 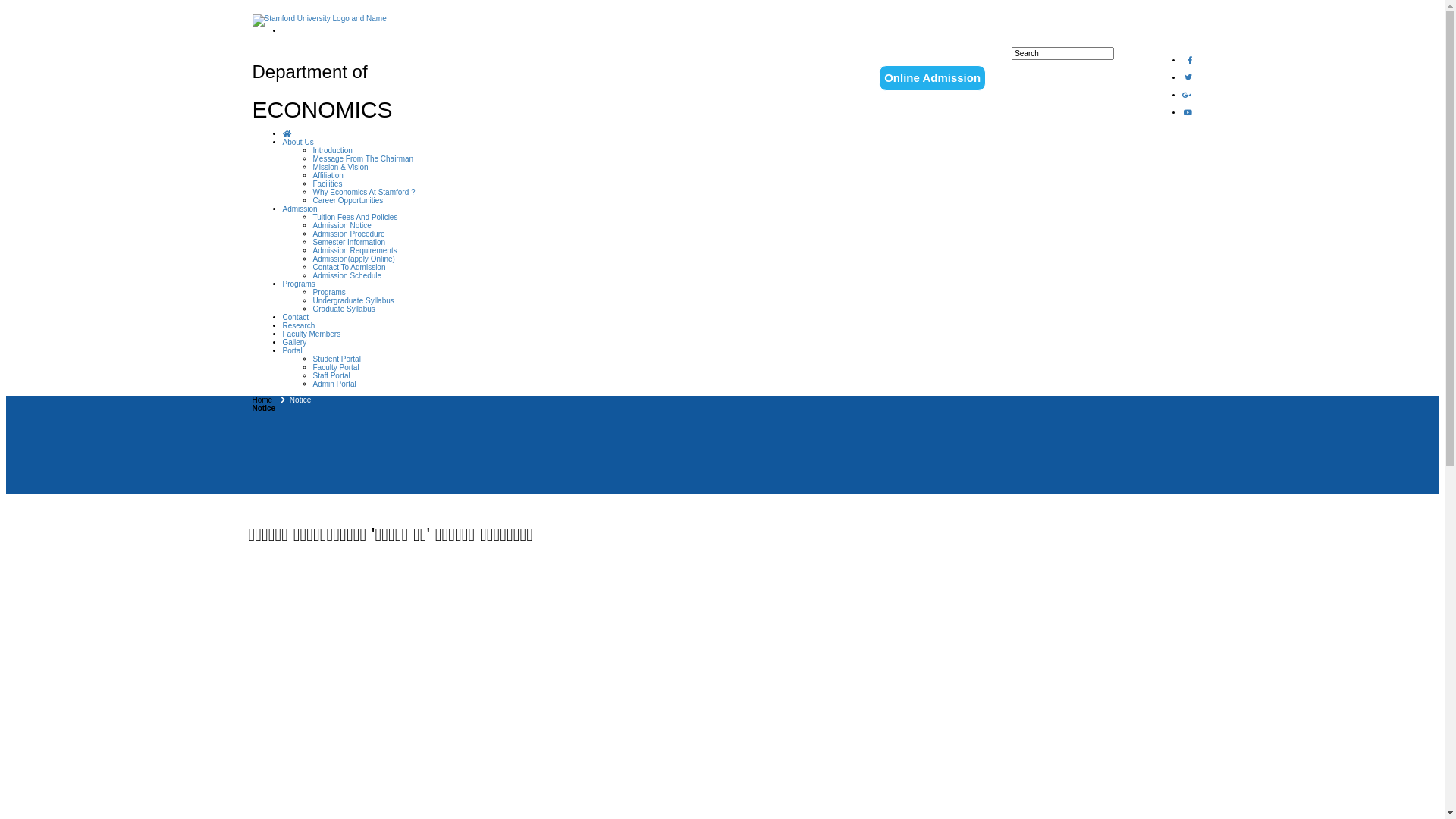 I want to click on 'Career Opportunities', so click(x=312, y=199).